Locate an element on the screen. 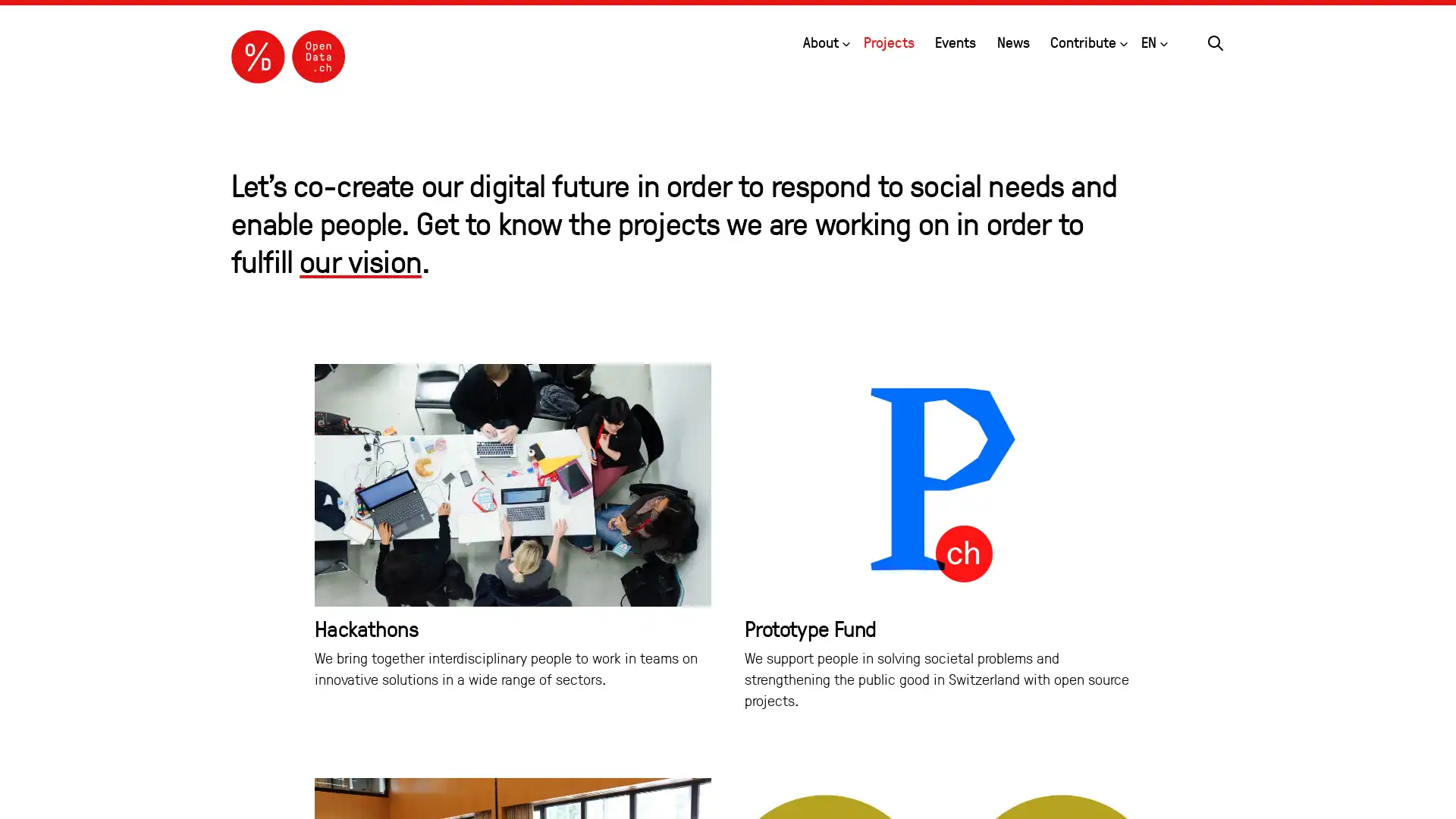  Open is located at coordinates (1163, 40).